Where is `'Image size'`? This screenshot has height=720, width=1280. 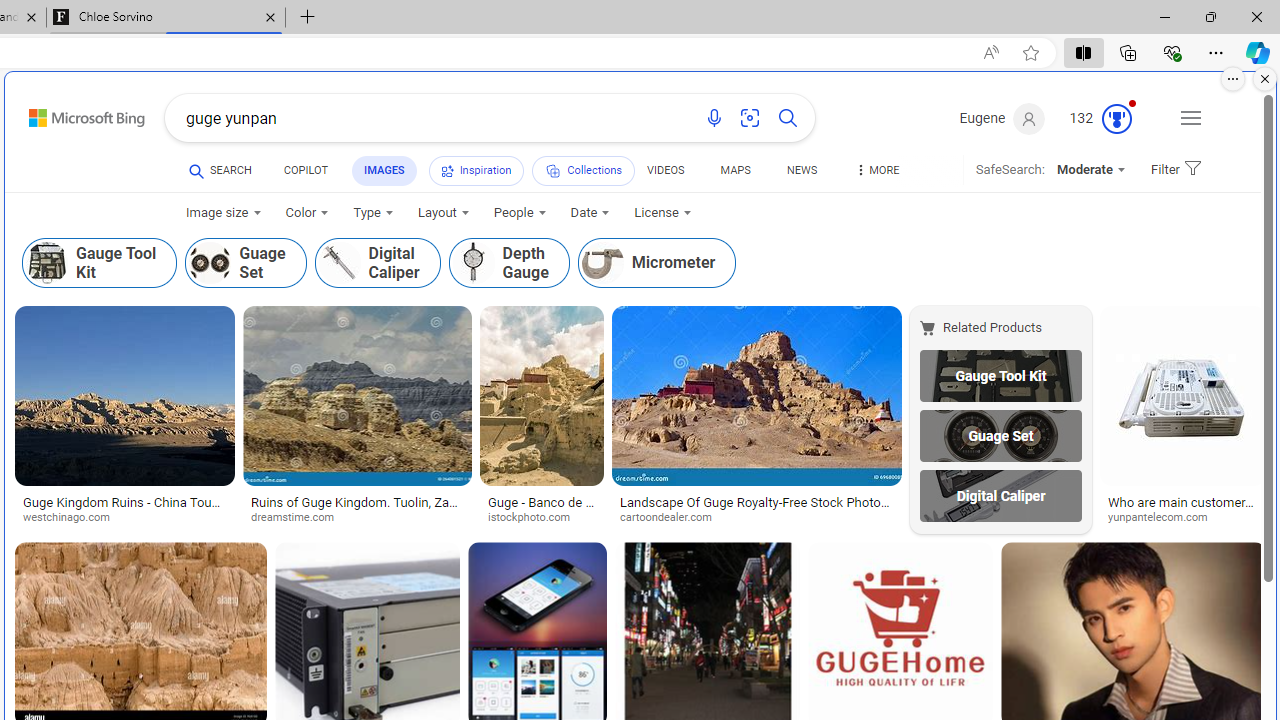 'Image size' is located at coordinates (223, 213).